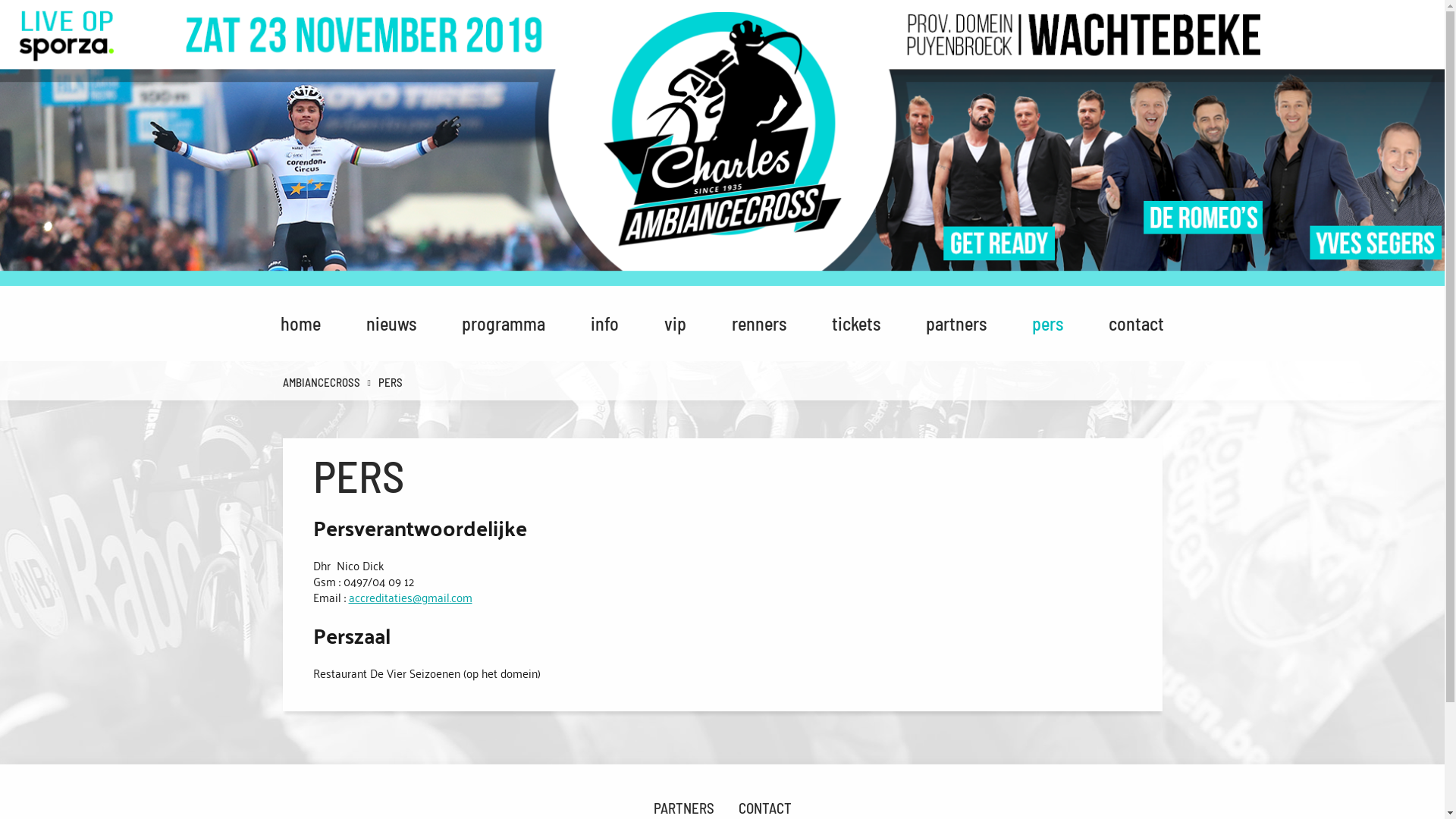 This screenshot has height=819, width=1456. I want to click on 'tickets', so click(855, 322).